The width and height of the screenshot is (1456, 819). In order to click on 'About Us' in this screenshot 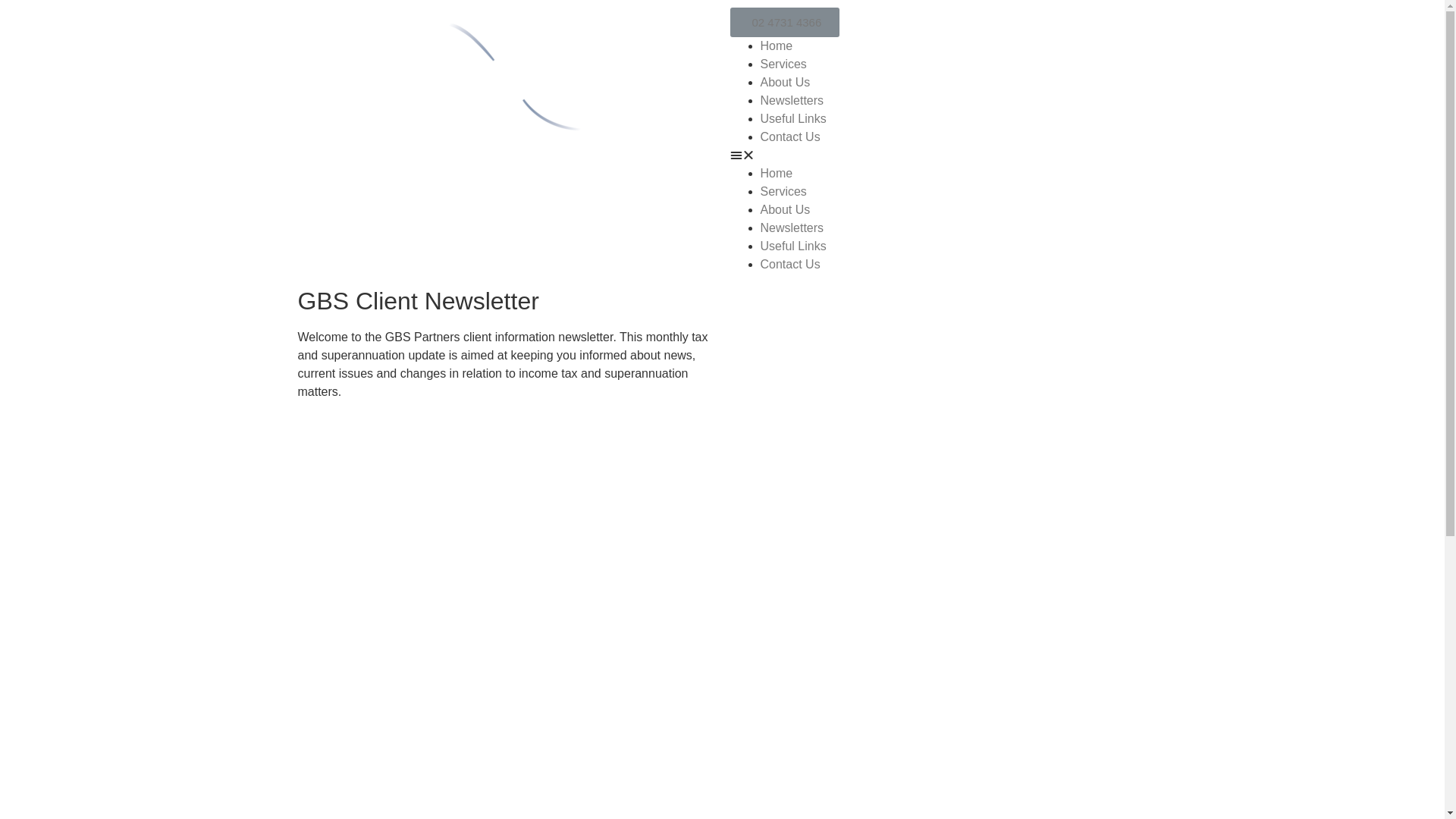, I will do `click(785, 82)`.